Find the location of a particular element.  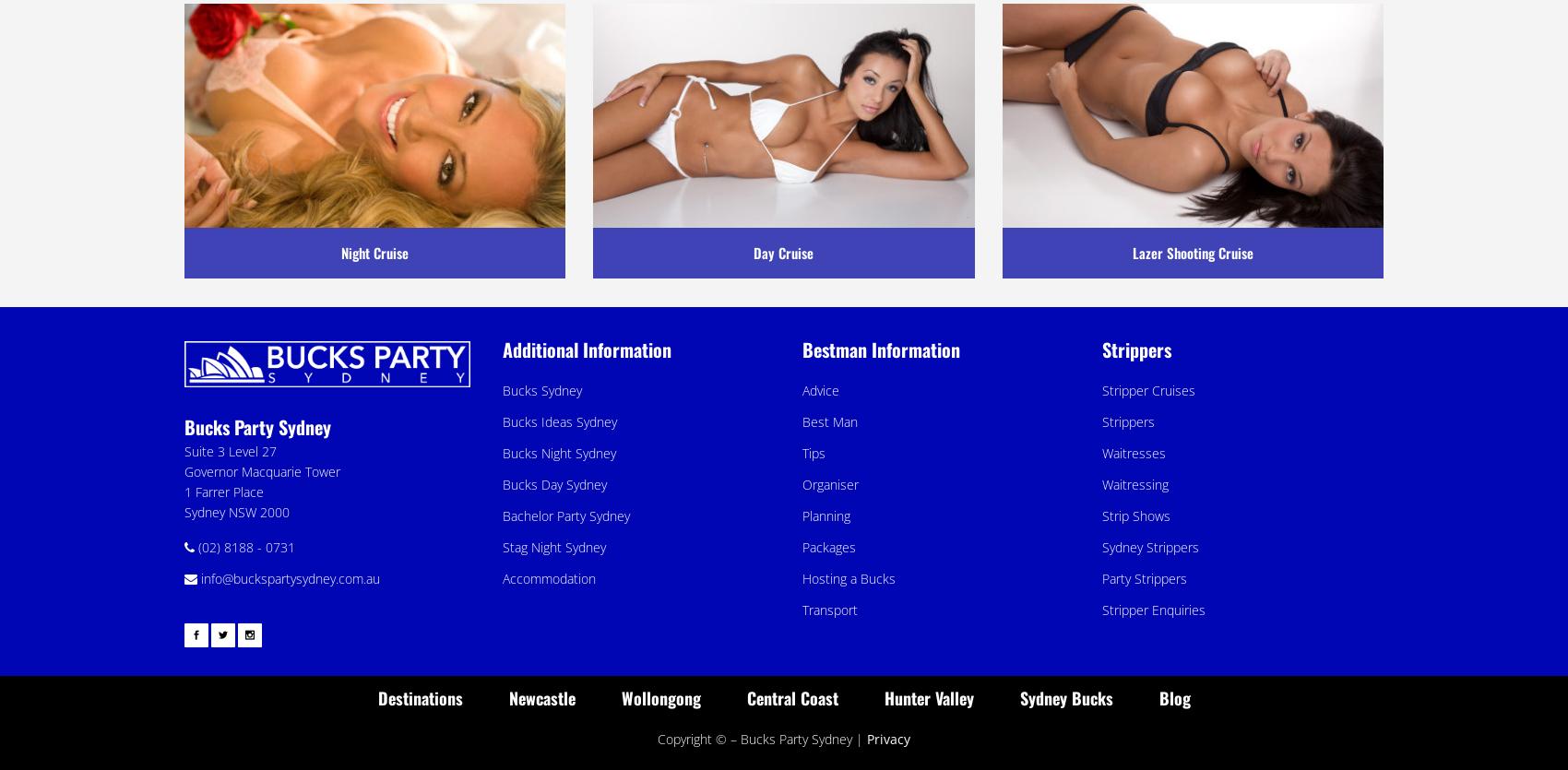

'Waitresses' is located at coordinates (1133, 452).